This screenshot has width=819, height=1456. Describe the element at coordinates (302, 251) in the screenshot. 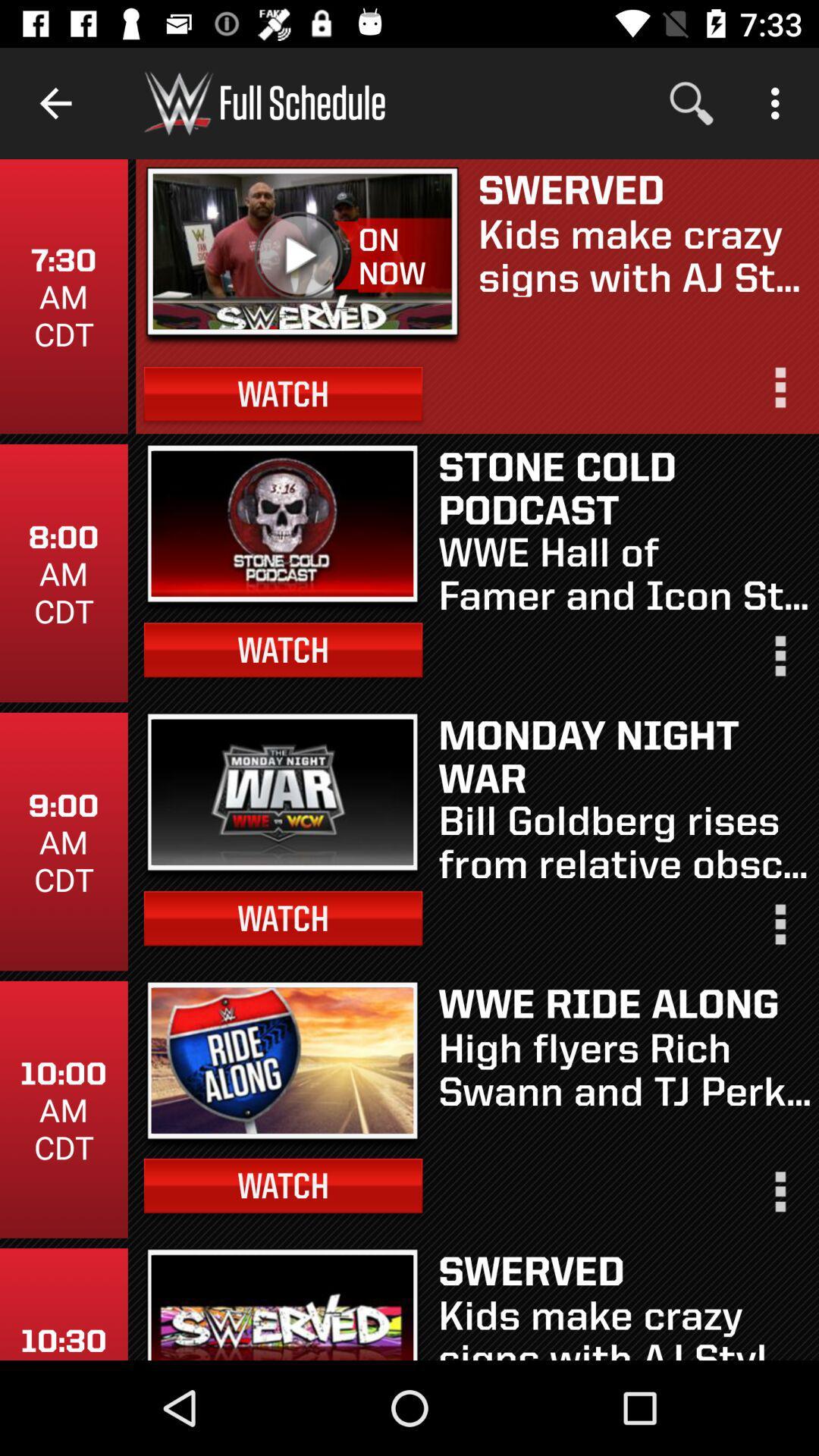

I see `the video` at that location.